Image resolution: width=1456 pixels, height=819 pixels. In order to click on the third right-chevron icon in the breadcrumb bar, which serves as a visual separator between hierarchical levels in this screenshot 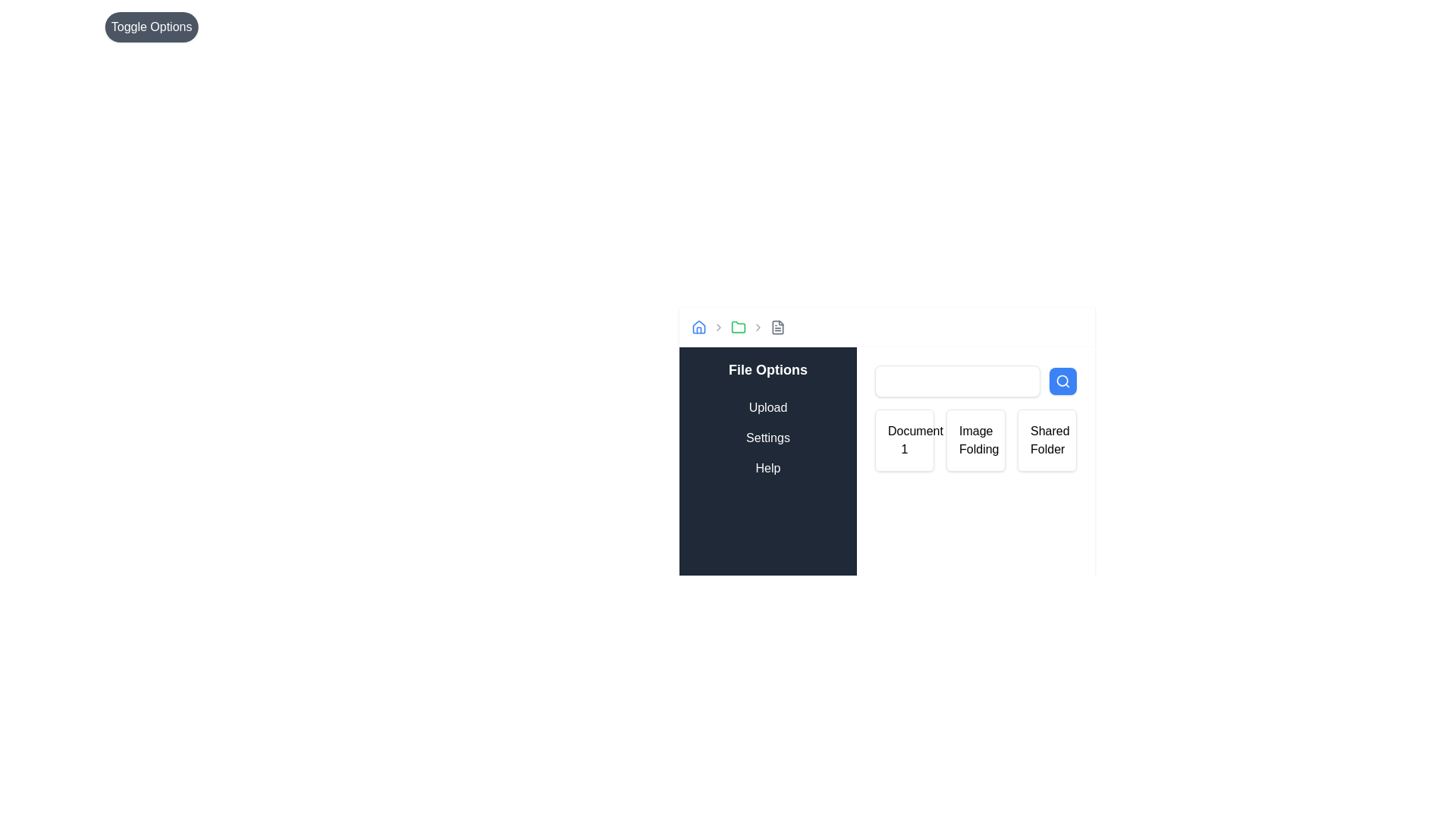, I will do `click(758, 327)`.